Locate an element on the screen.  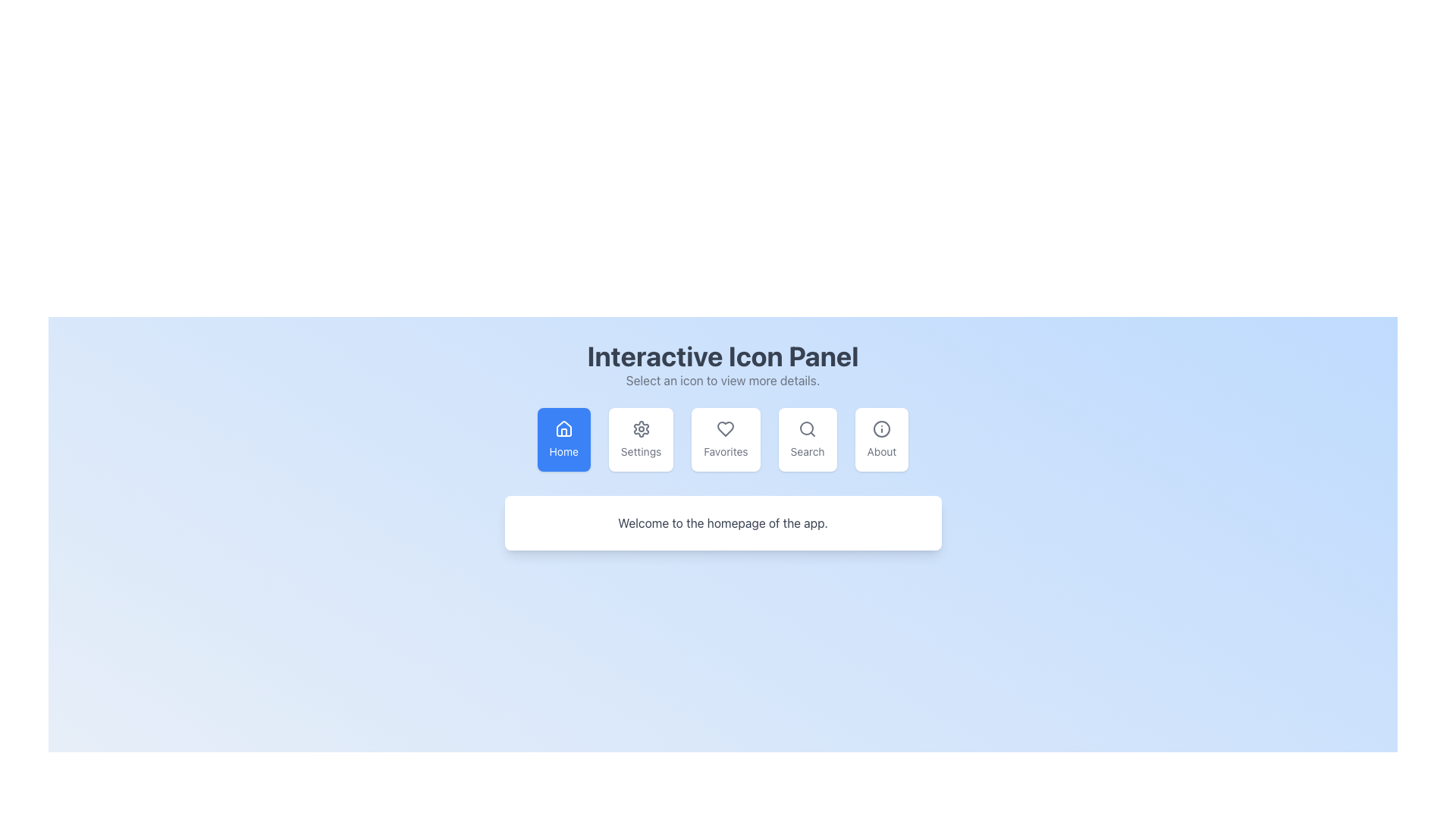
the 'Favorites' button is located at coordinates (722, 439).